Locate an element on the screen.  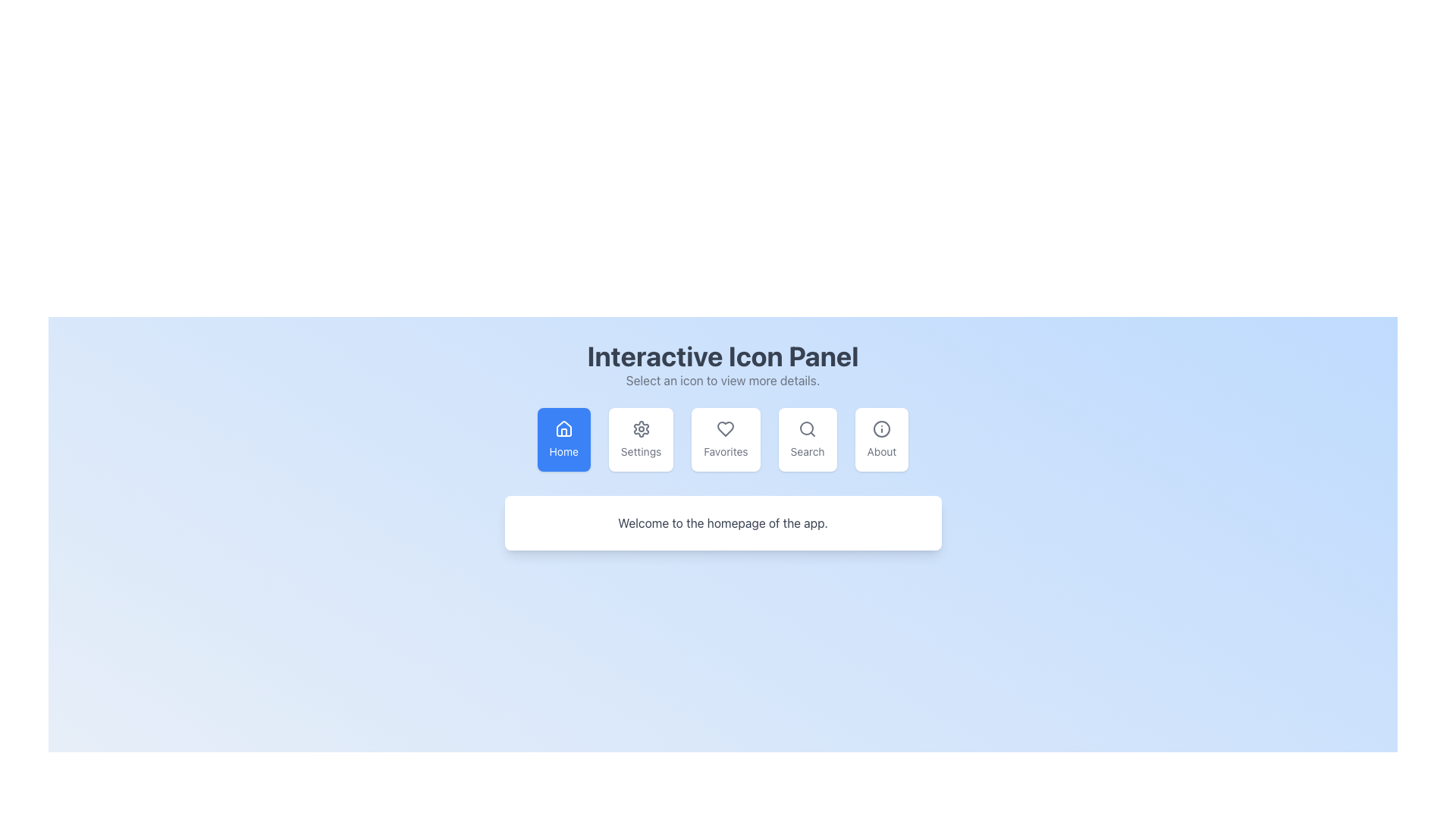
the 'Favorites' button is located at coordinates (722, 439).